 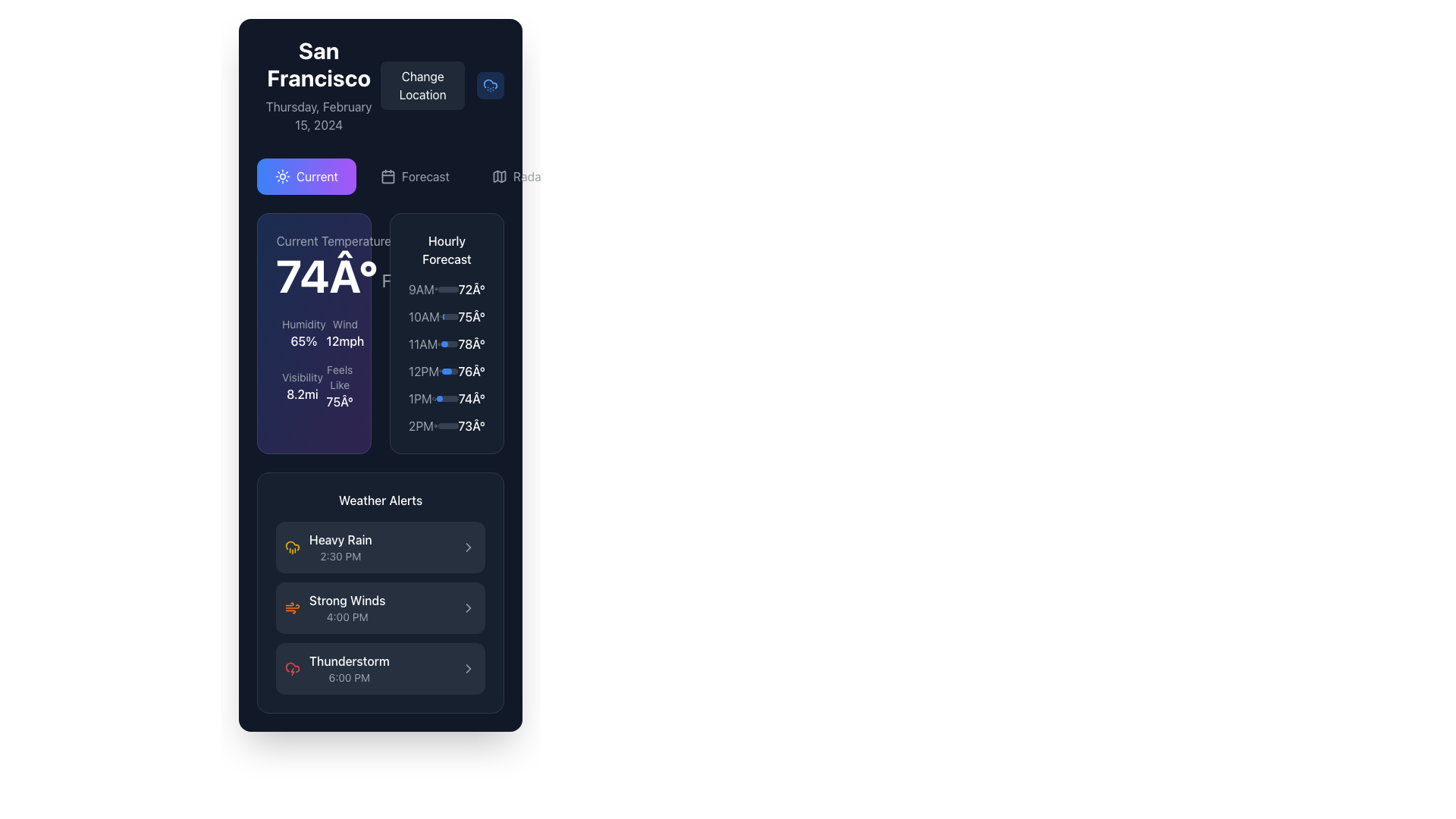 What do you see at coordinates (335, 385) in the screenshot?
I see `'feels like' temperature value displayed in the bottom-right corner of the weather details grid, which is the fourth element in a two-column layout` at bounding box center [335, 385].